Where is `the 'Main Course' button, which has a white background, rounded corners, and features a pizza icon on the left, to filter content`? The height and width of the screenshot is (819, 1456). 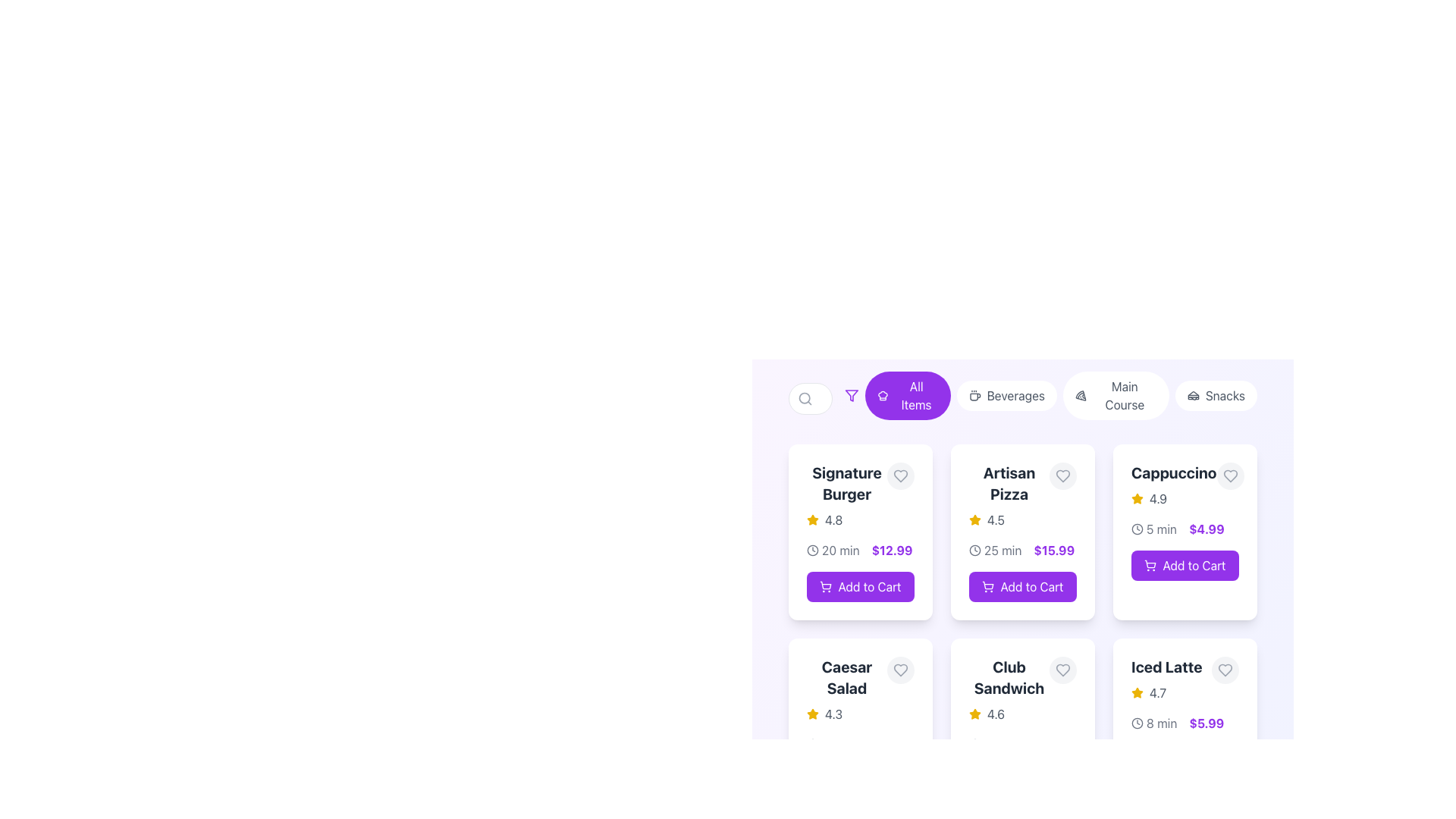
the 'Main Course' button, which has a white background, rounded corners, and features a pizza icon on the left, to filter content is located at coordinates (1116, 394).